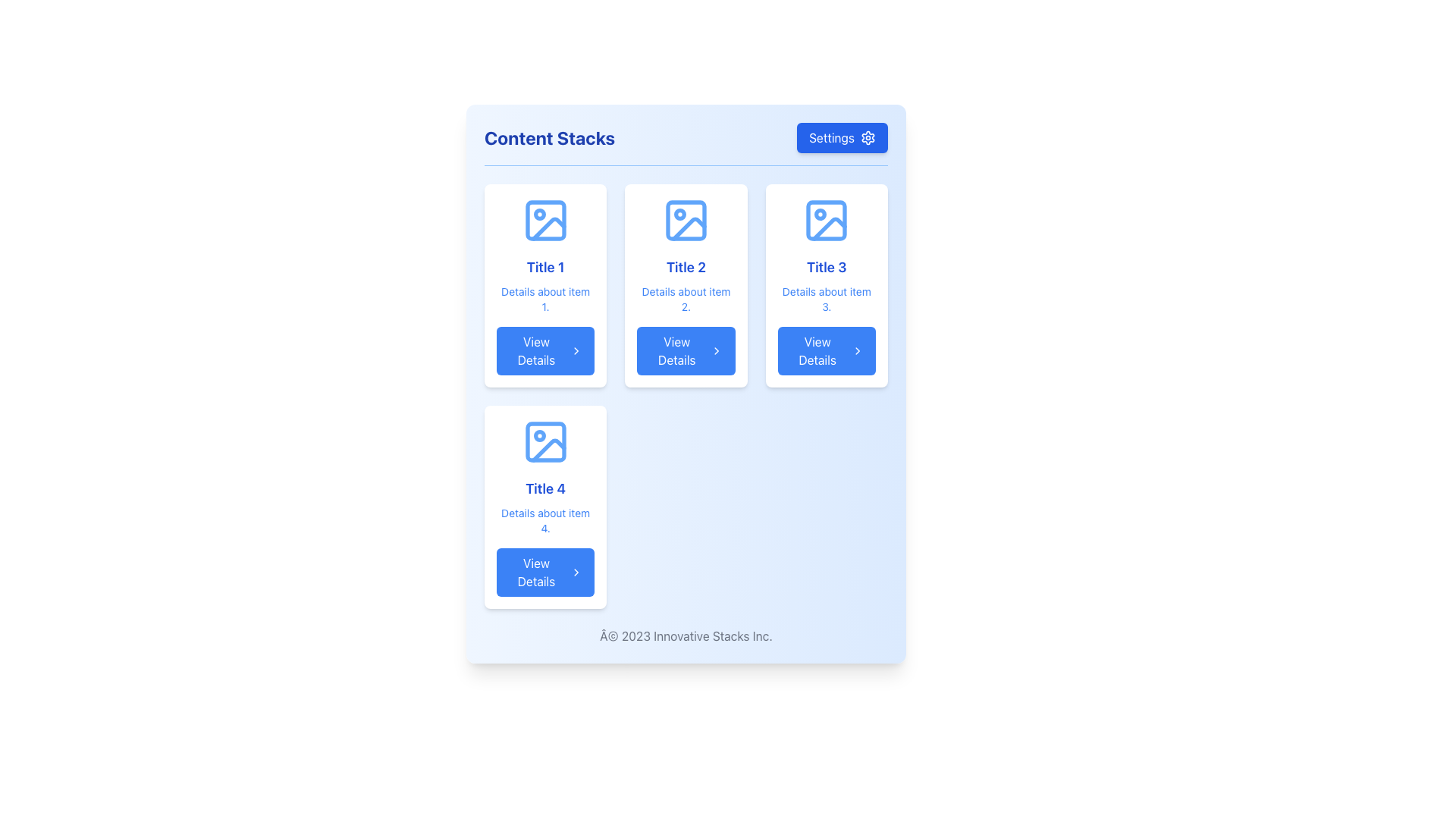 This screenshot has width=1456, height=819. What do you see at coordinates (868, 137) in the screenshot?
I see `the gear-shaped icon next to the 'Settings' button, which has a blue background and white border` at bounding box center [868, 137].